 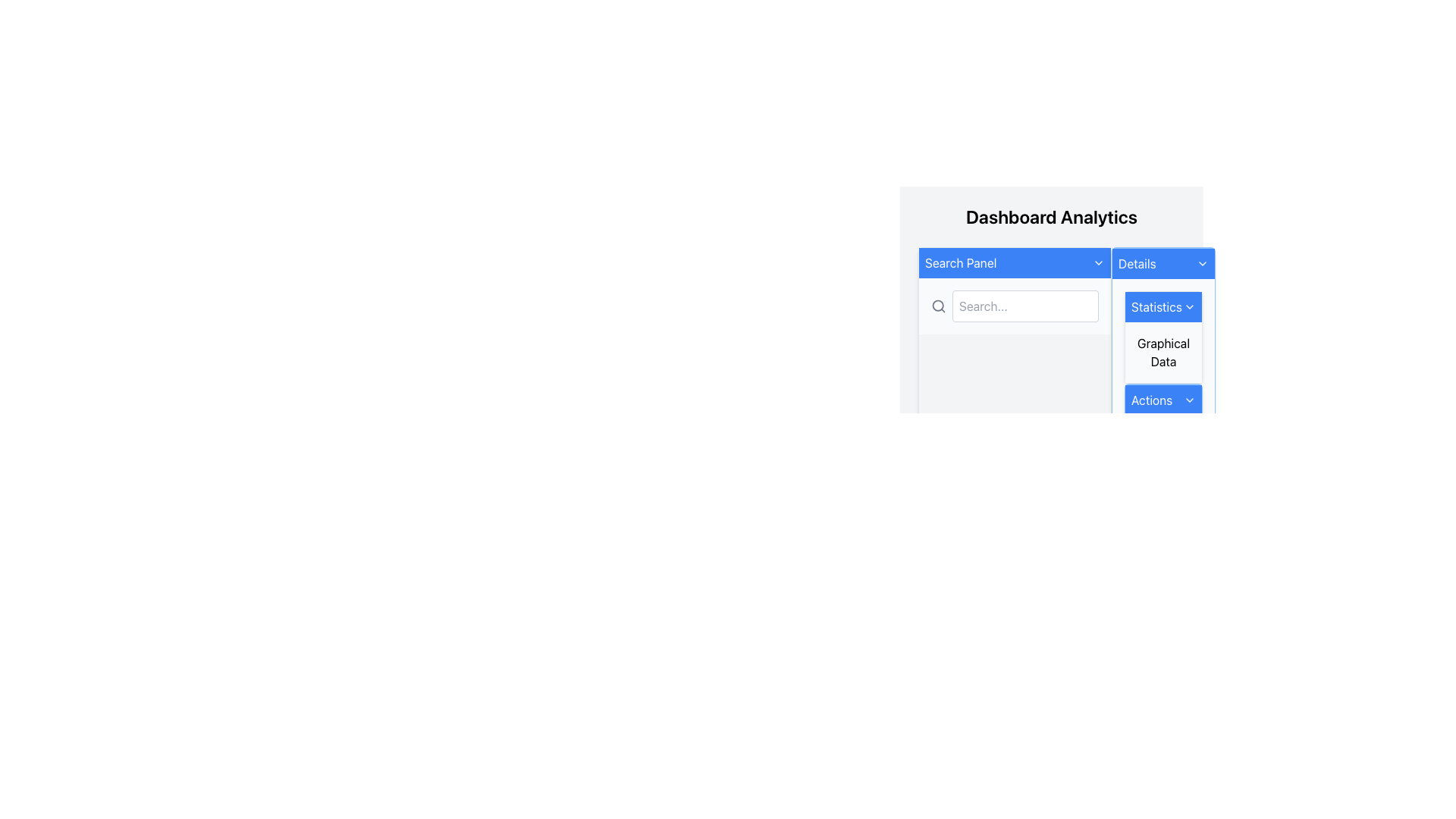 What do you see at coordinates (960, 262) in the screenshot?
I see `the 'Search Panel' text label, which is styled in white text on a blue background and located on the left side of the panel header` at bounding box center [960, 262].